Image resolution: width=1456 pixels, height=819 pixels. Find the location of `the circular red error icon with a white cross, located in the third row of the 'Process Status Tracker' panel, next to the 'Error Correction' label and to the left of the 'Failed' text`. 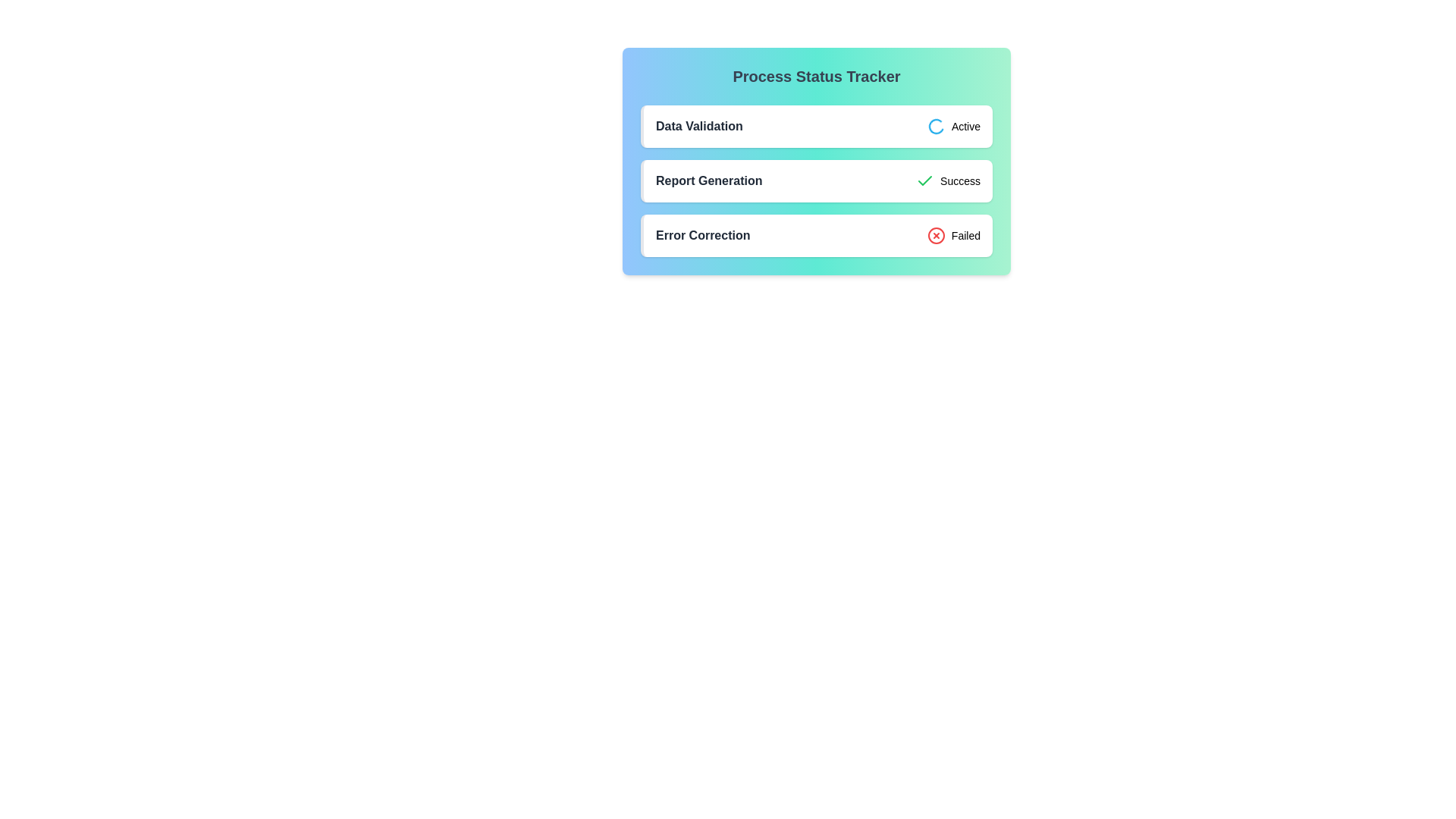

the circular red error icon with a white cross, located in the third row of the 'Process Status Tracker' panel, next to the 'Error Correction' label and to the left of the 'Failed' text is located at coordinates (935, 236).